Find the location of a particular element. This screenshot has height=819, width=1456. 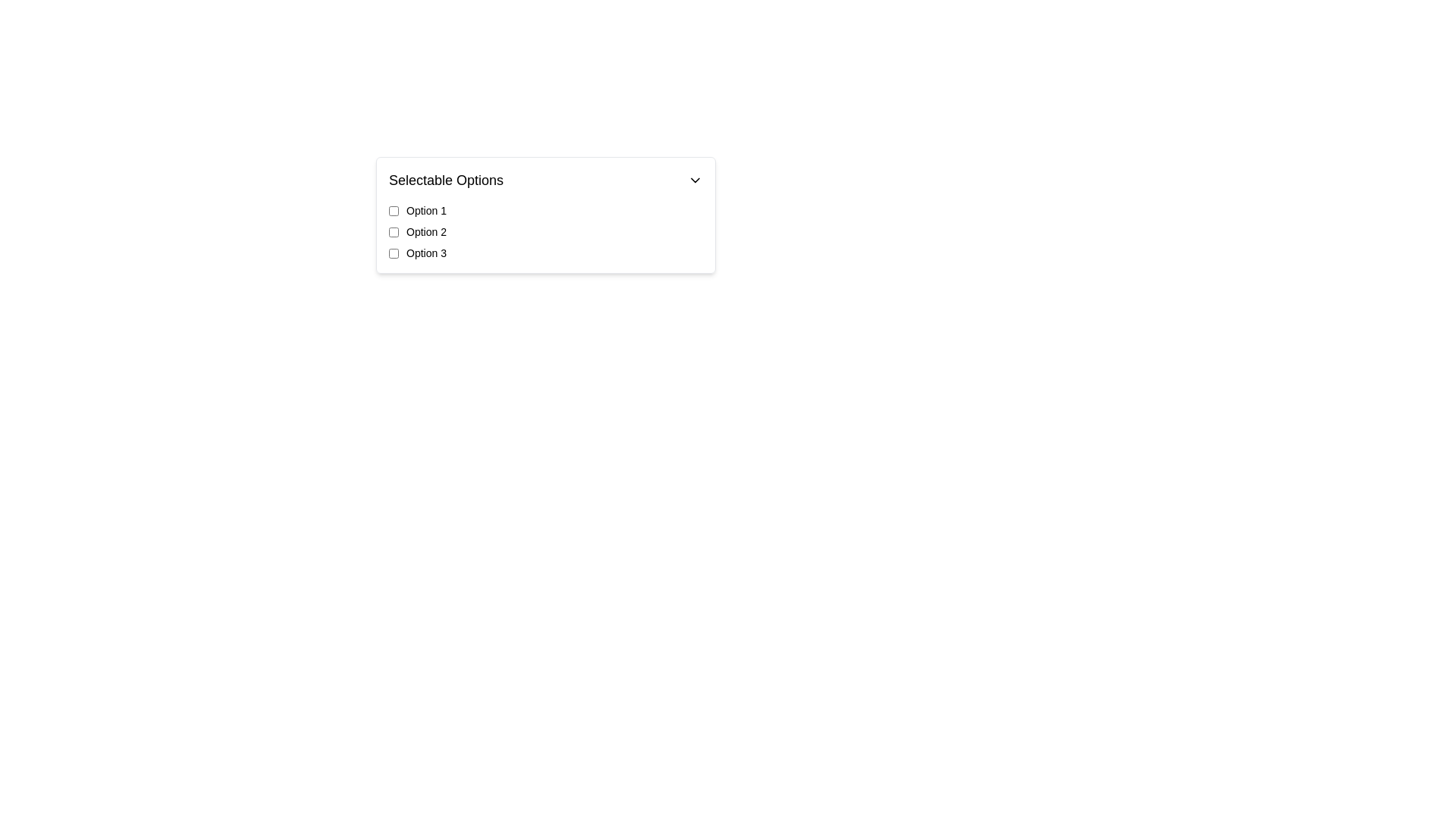

the first checkbox labeled 'Option 1' under the 'Selectable Options' section is located at coordinates (394, 210).